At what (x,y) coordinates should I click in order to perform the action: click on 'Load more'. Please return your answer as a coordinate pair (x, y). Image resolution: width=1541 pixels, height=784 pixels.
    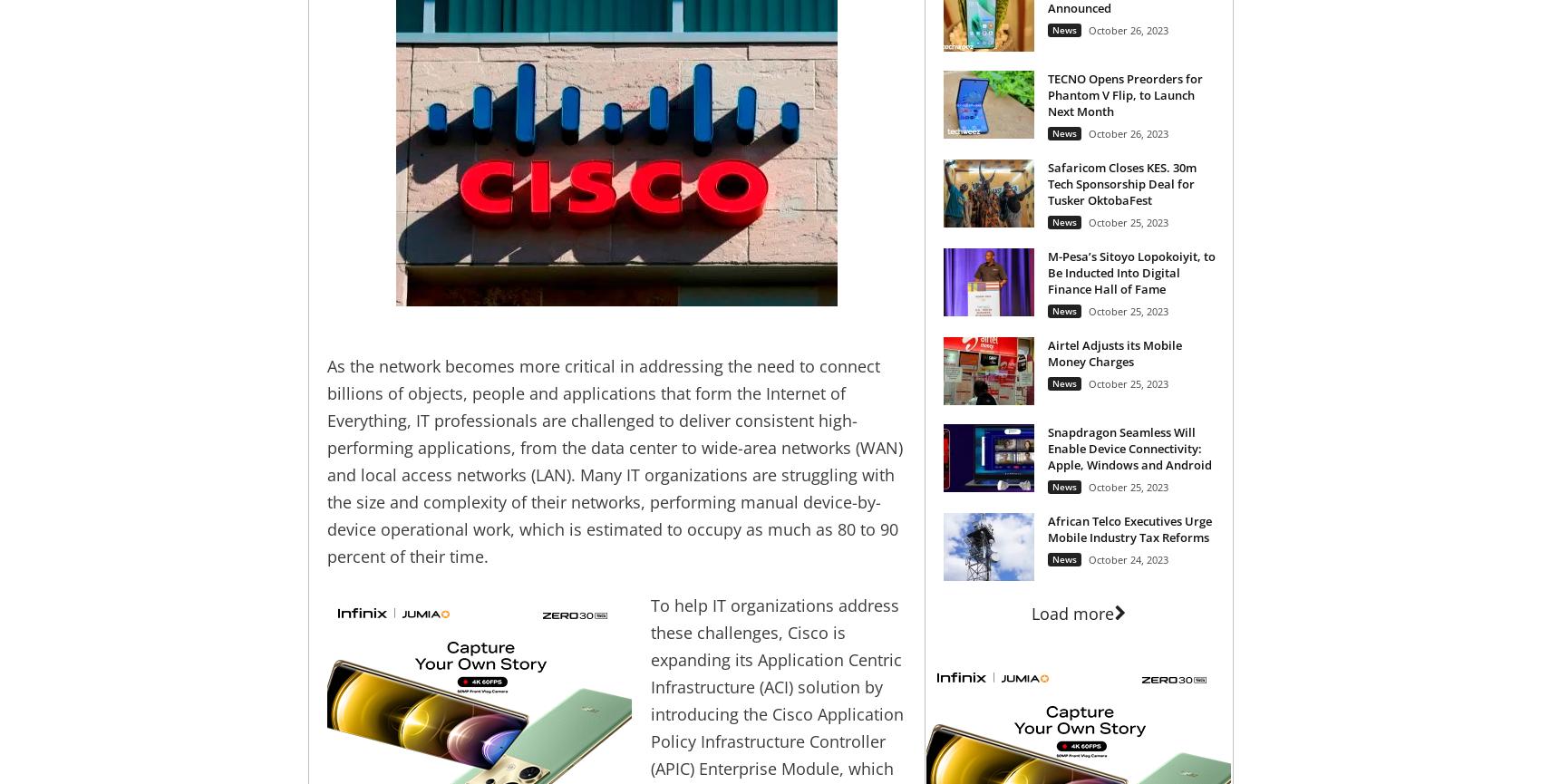
    Looking at the image, I should click on (1071, 612).